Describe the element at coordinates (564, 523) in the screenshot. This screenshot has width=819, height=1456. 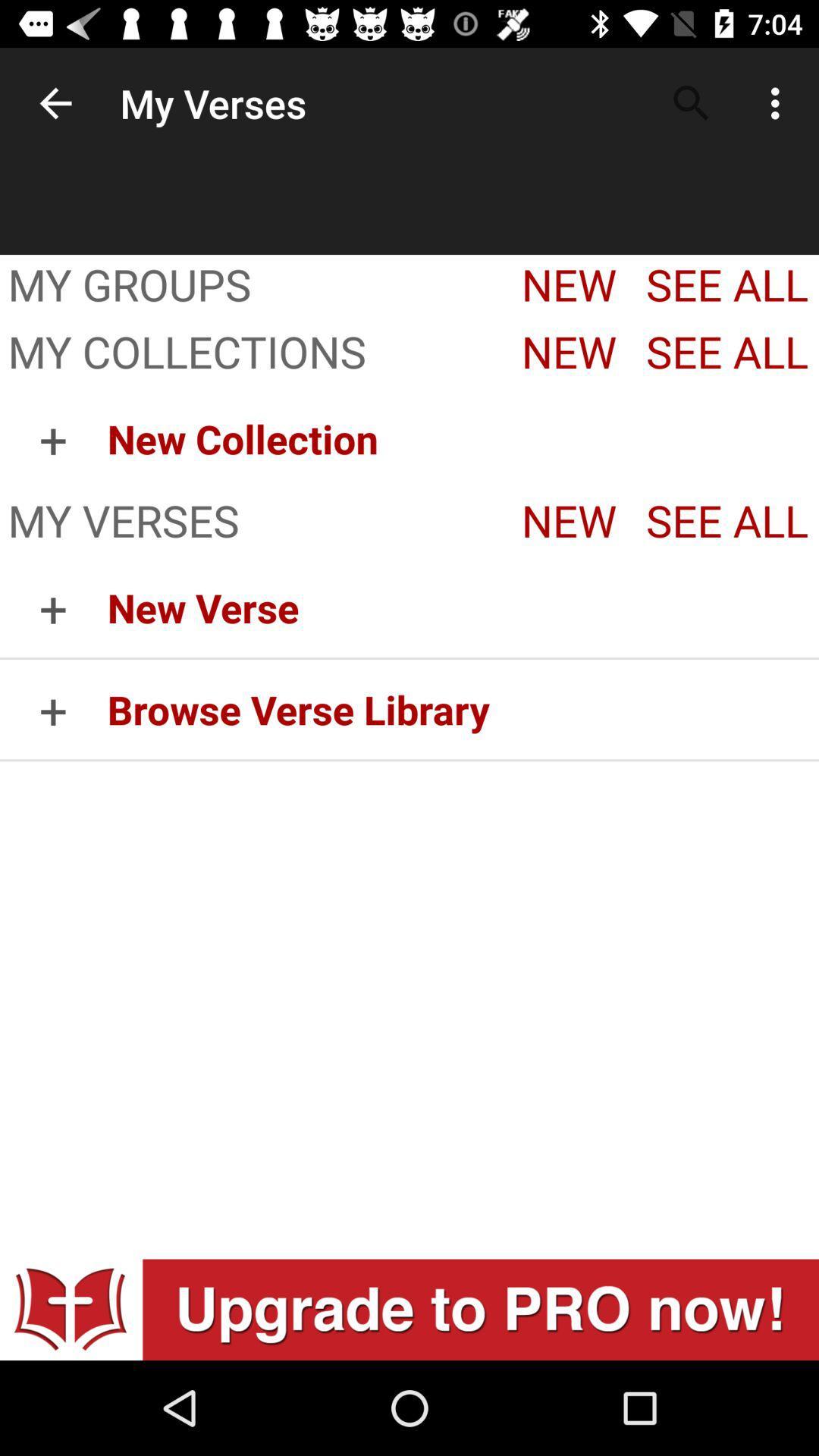
I see `the button which is right to my verses` at that location.